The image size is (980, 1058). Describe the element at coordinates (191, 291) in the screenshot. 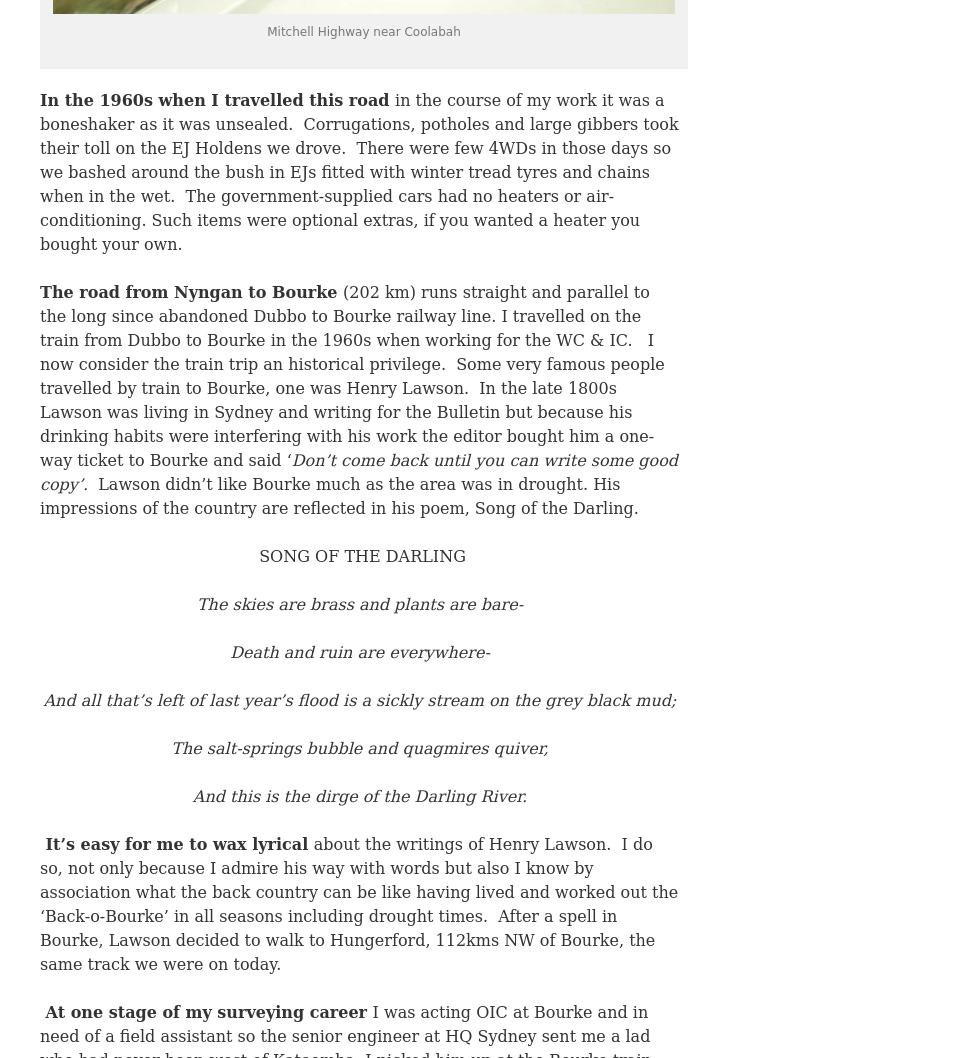

I see `'The road from Nyngan to Bourke'` at that location.